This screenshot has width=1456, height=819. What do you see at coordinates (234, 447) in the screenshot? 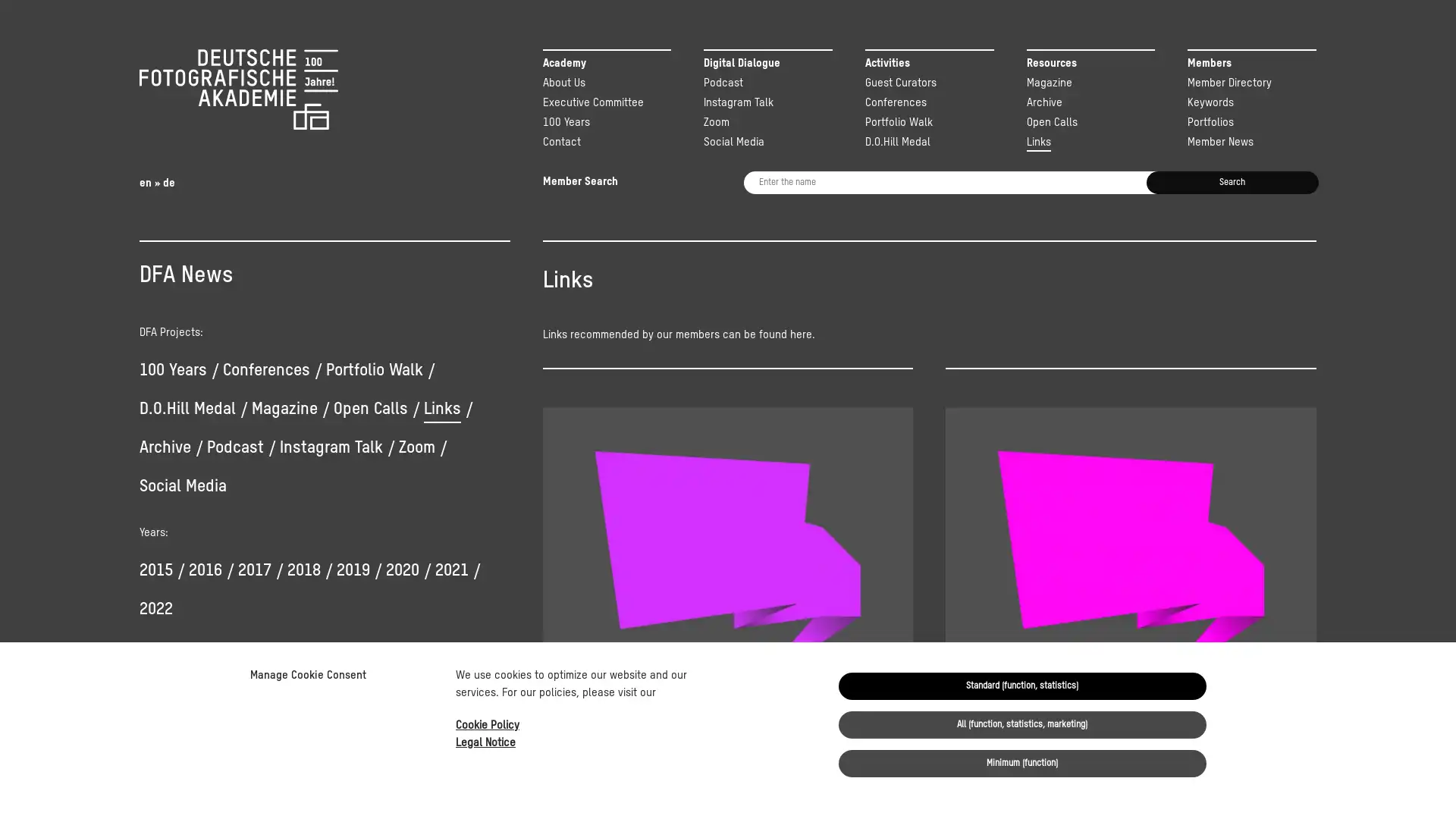
I see `Podcast` at bounding box center [234, 447].